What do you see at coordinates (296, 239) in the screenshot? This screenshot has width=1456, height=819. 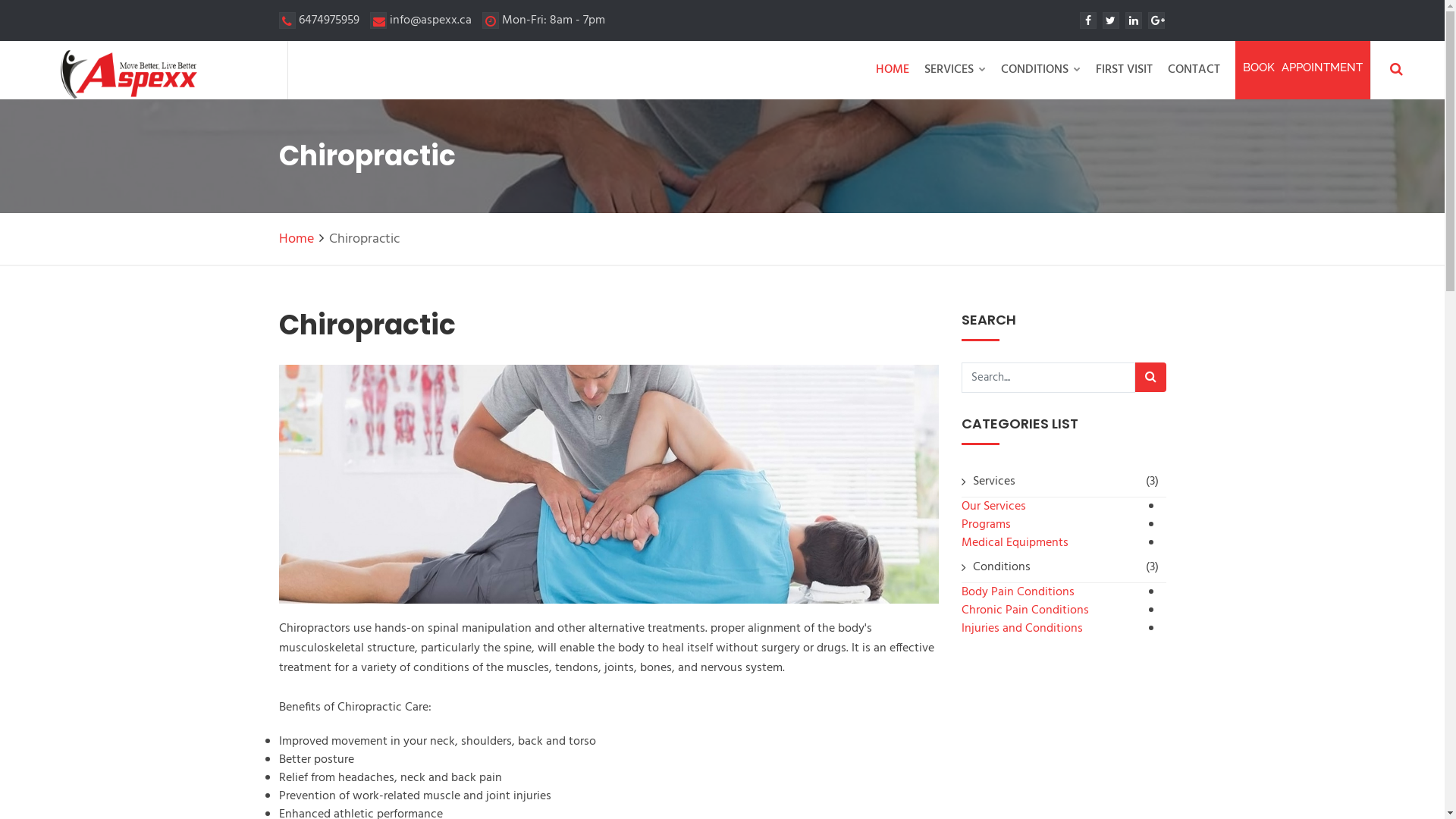 I see `'Home'` at bounding box center [296, 239].